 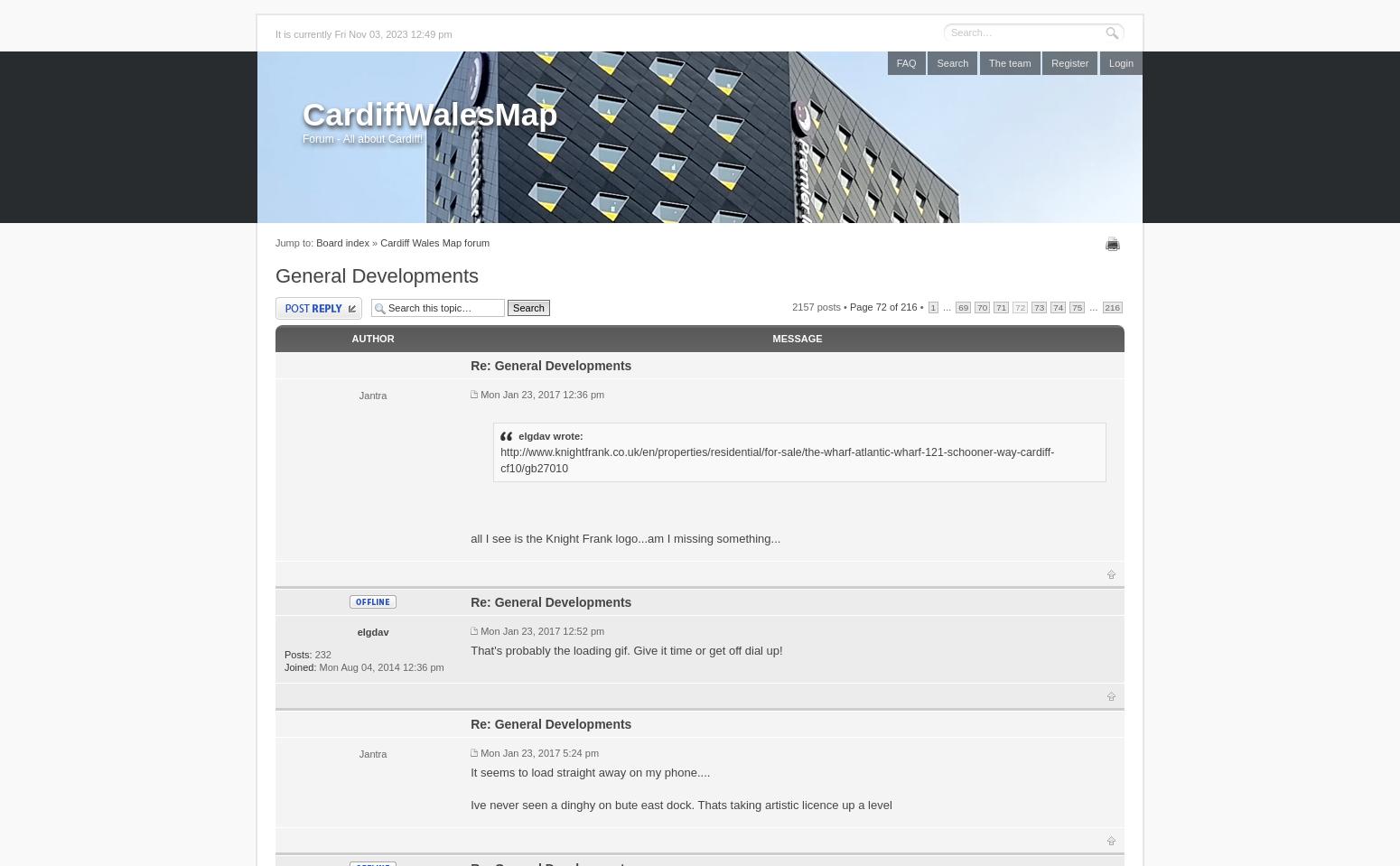 I want to click on 'Login', so click(x=1120, y=63).